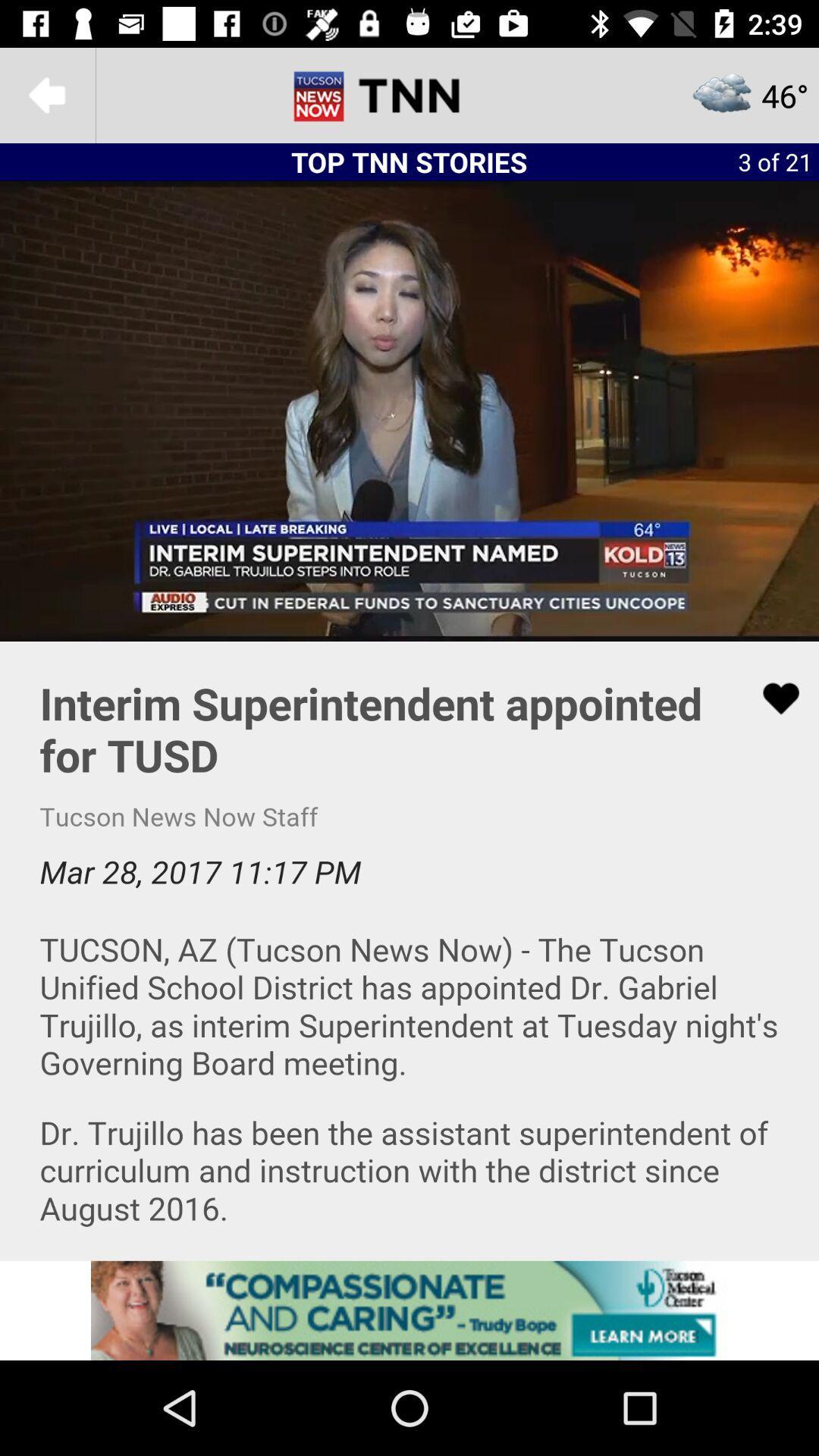 The width and height of the screenshot is (819, 1456). What do you see at coordinates (409, 949) in the screenshot?
I see `press the heart icon` at bounding box center [409, 949].